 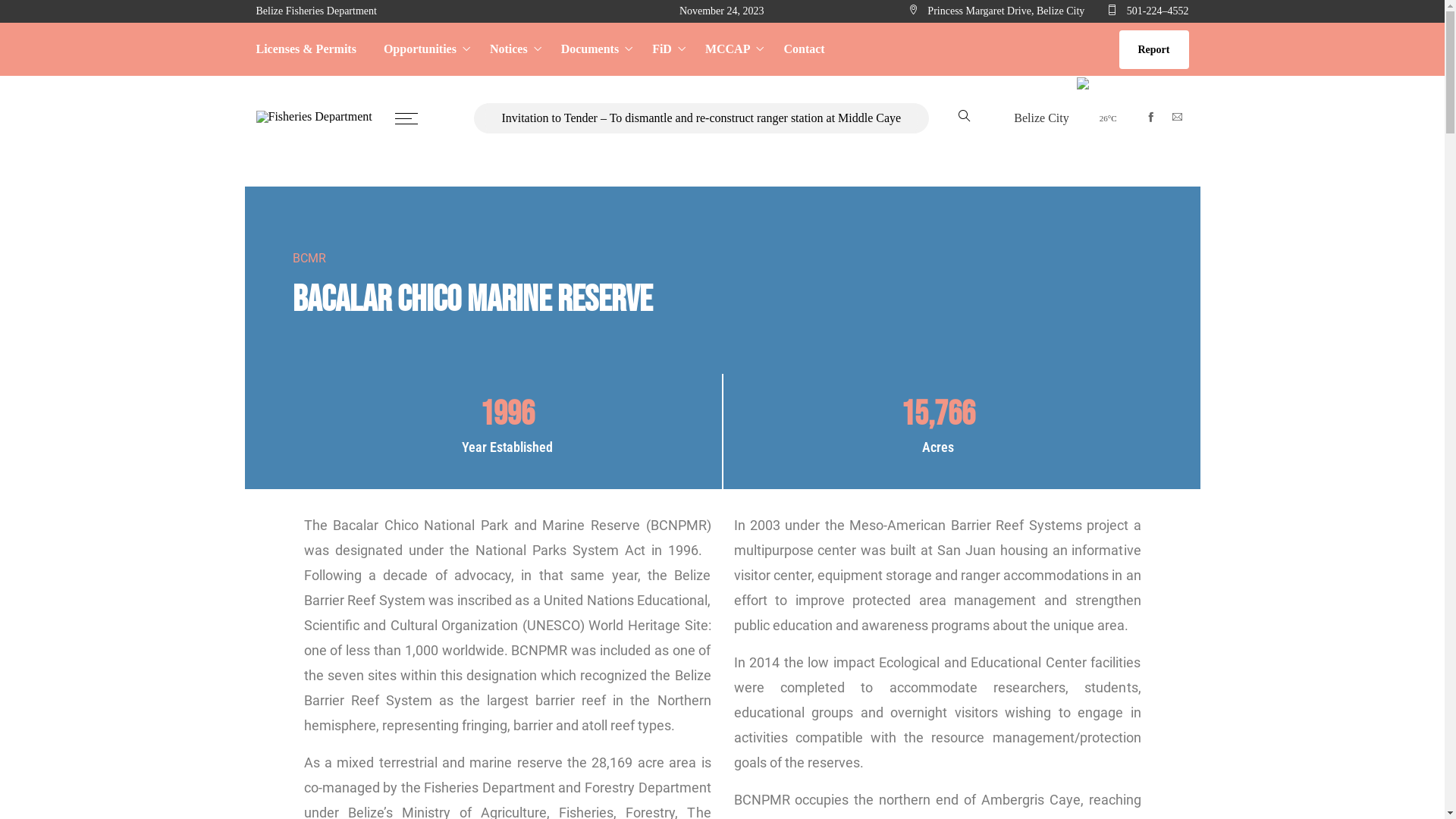 What do you see at coordinates (1153, 49) in the screenshot?
I see `'Report'` at bounding box center [1153, 49].